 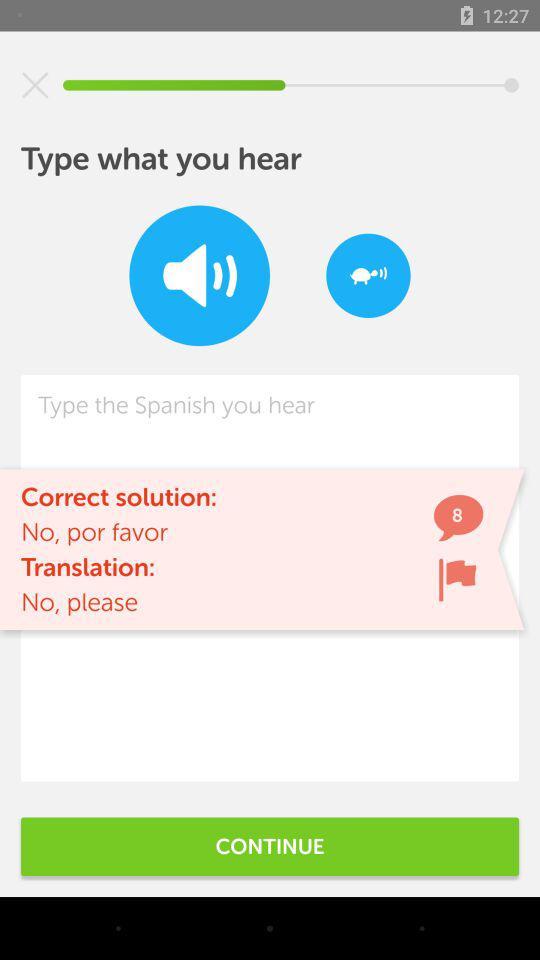 What do you see at coordinates (199, 274) in the screenshot?
I see `sound` at bounding box center [199, 274].